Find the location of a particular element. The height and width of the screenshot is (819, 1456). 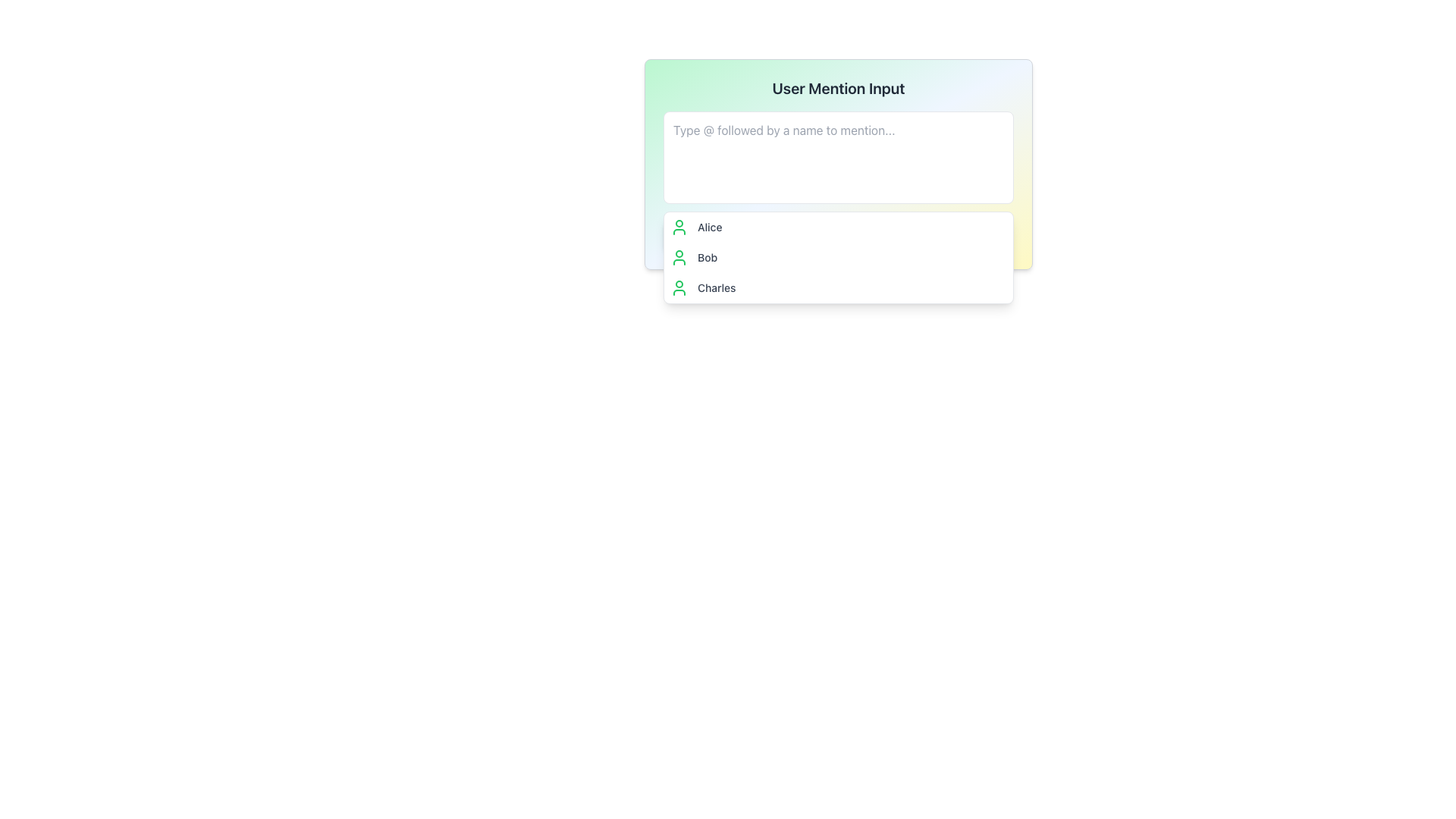

the list item labeled 'Bob' in the dropdown menu is located at coordinates (837, 256).